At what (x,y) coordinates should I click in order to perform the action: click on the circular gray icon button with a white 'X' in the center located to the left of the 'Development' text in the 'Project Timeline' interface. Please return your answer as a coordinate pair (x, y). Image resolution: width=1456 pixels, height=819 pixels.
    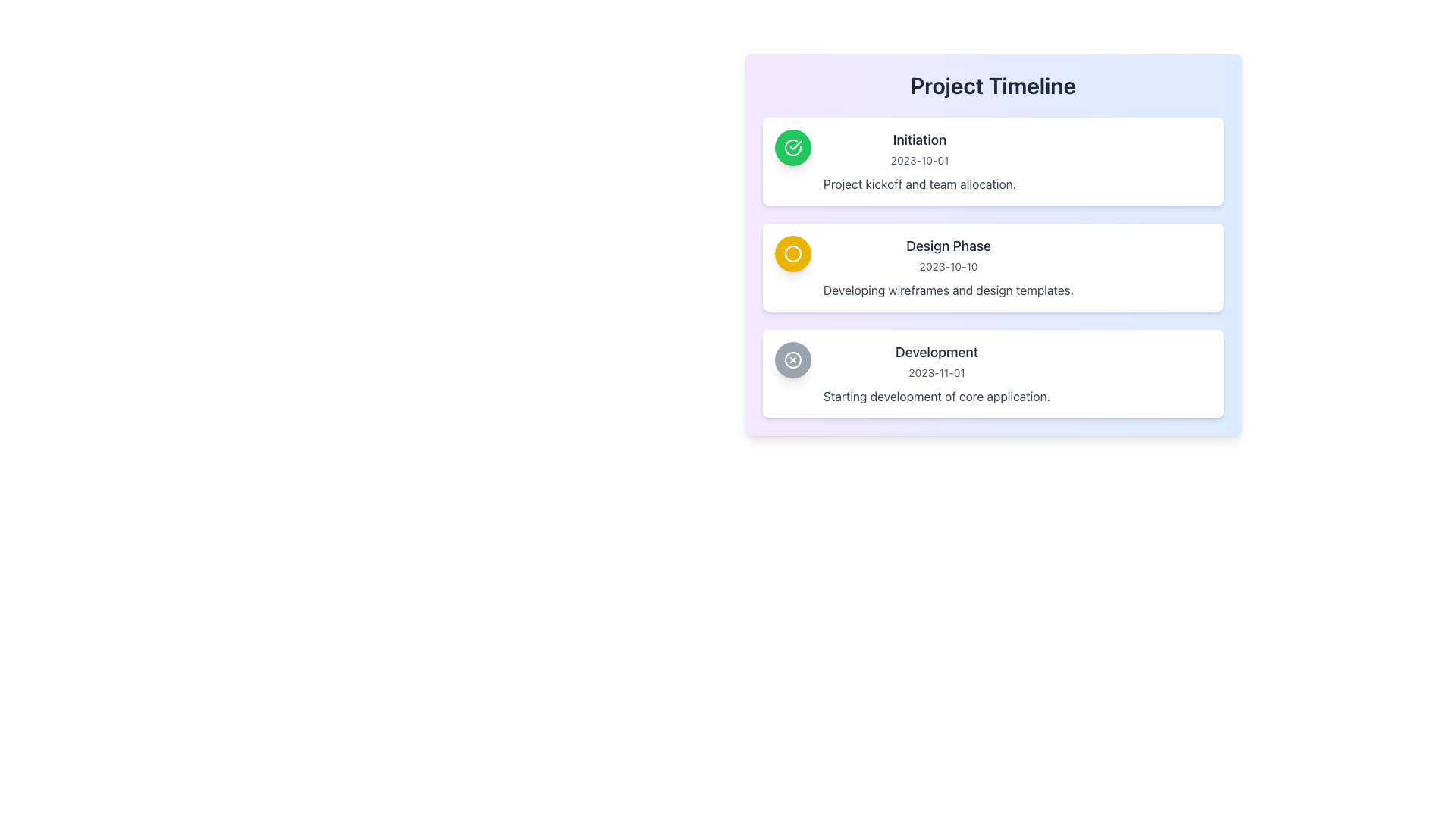
    Looking at the image, I should click on (792, 359).